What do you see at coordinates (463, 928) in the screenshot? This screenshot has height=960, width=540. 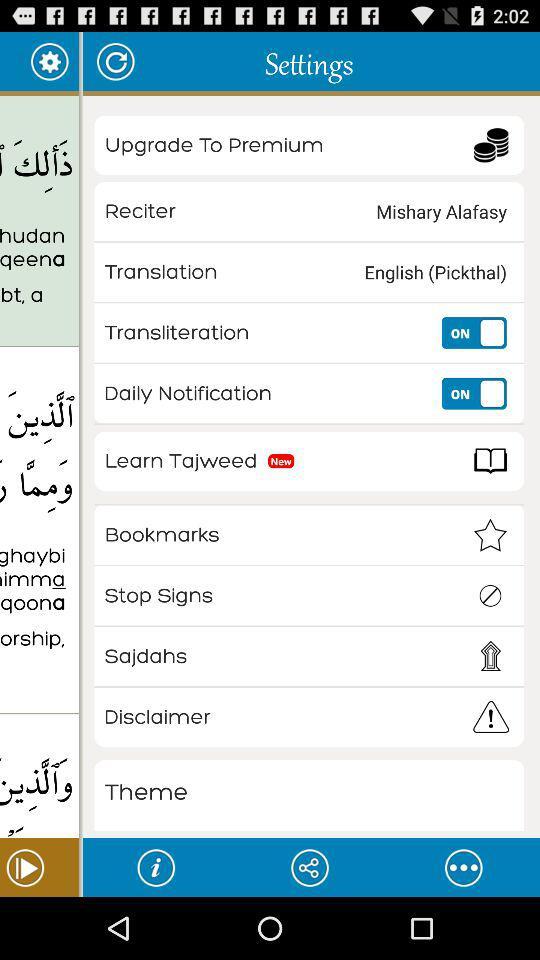 I see `the microphone icon` at bounding box center [463, 928].